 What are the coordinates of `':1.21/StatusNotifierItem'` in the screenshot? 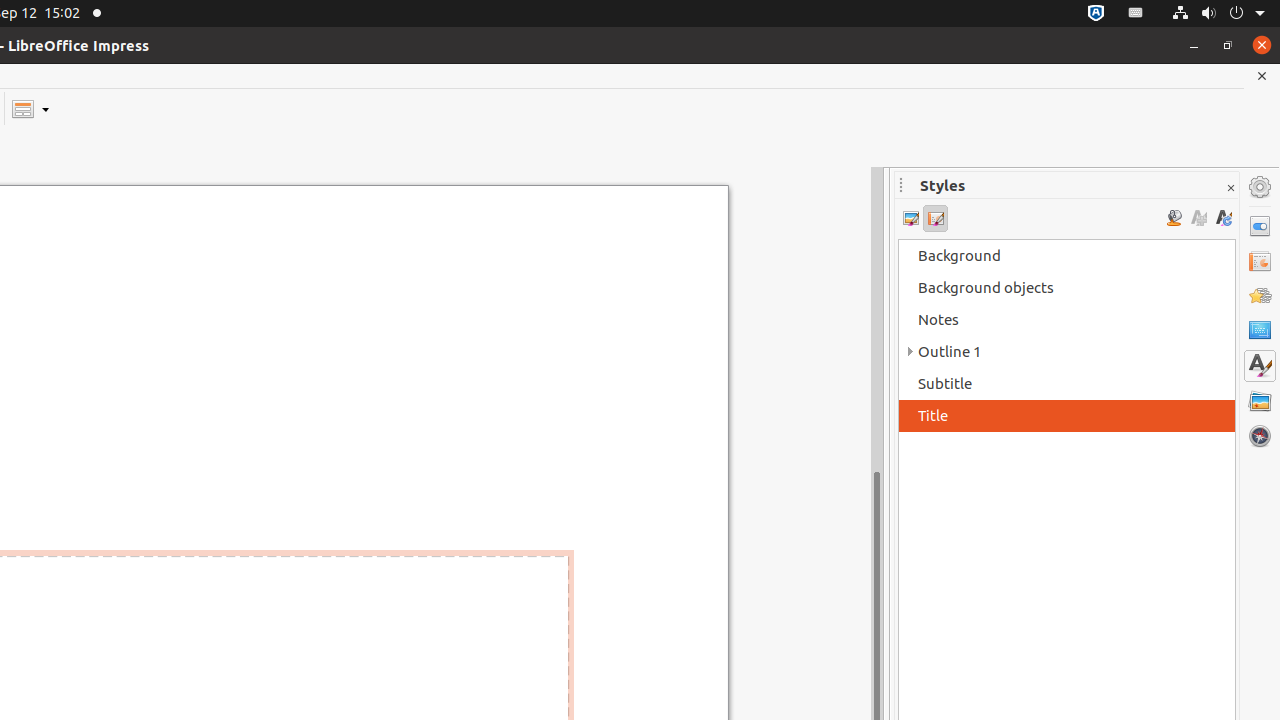 It's located at (1136, 13).